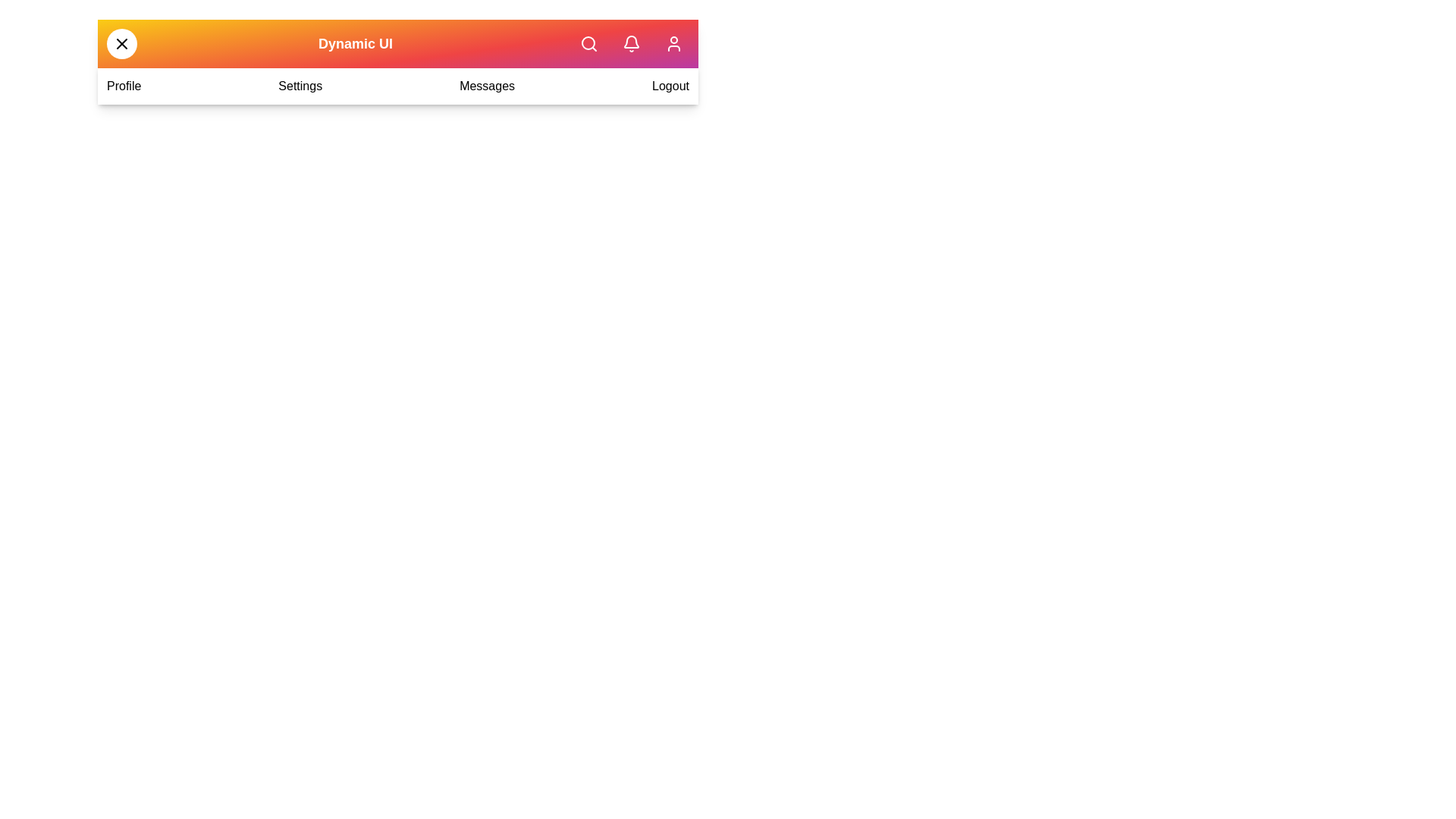 Image resolution: width=1456 pixels, height=819 pixels. Describe the element at coordinates (122, 42) in the screenshot. I see `toggle button to toggle the menu open or closed` at that location.